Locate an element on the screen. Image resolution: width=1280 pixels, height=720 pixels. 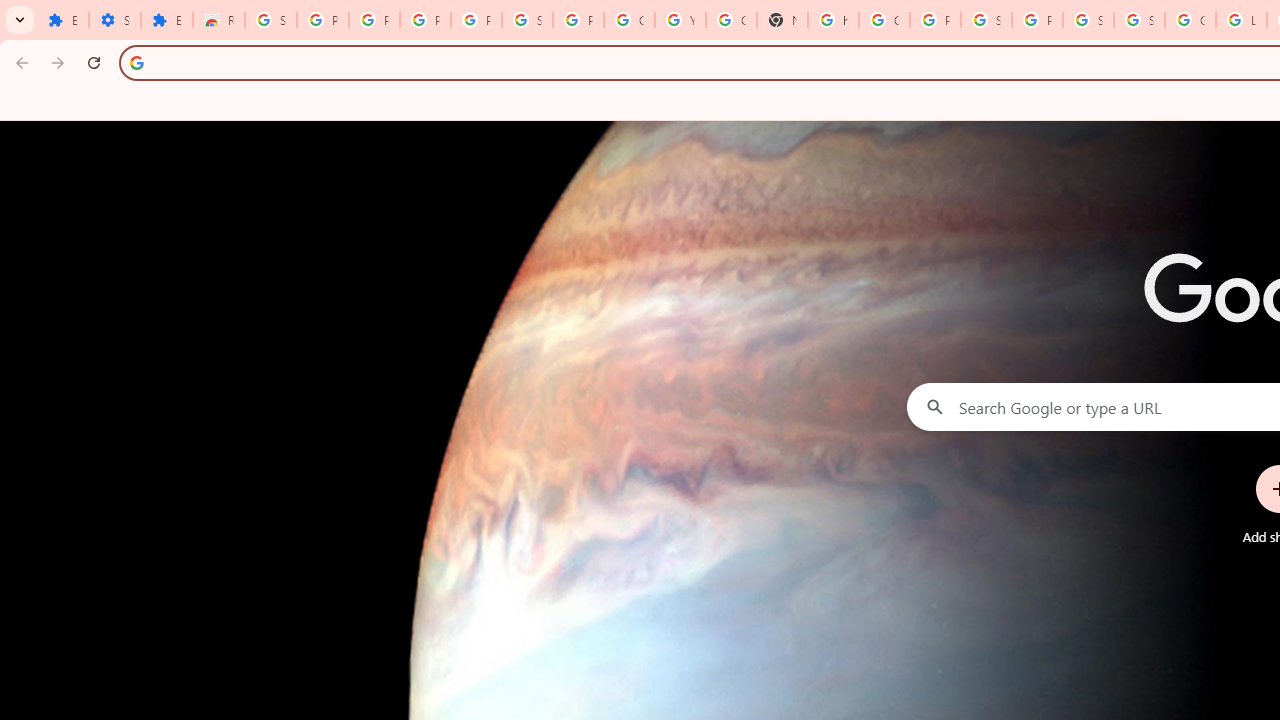
'New Tab' is located at coordinates (781, 20).